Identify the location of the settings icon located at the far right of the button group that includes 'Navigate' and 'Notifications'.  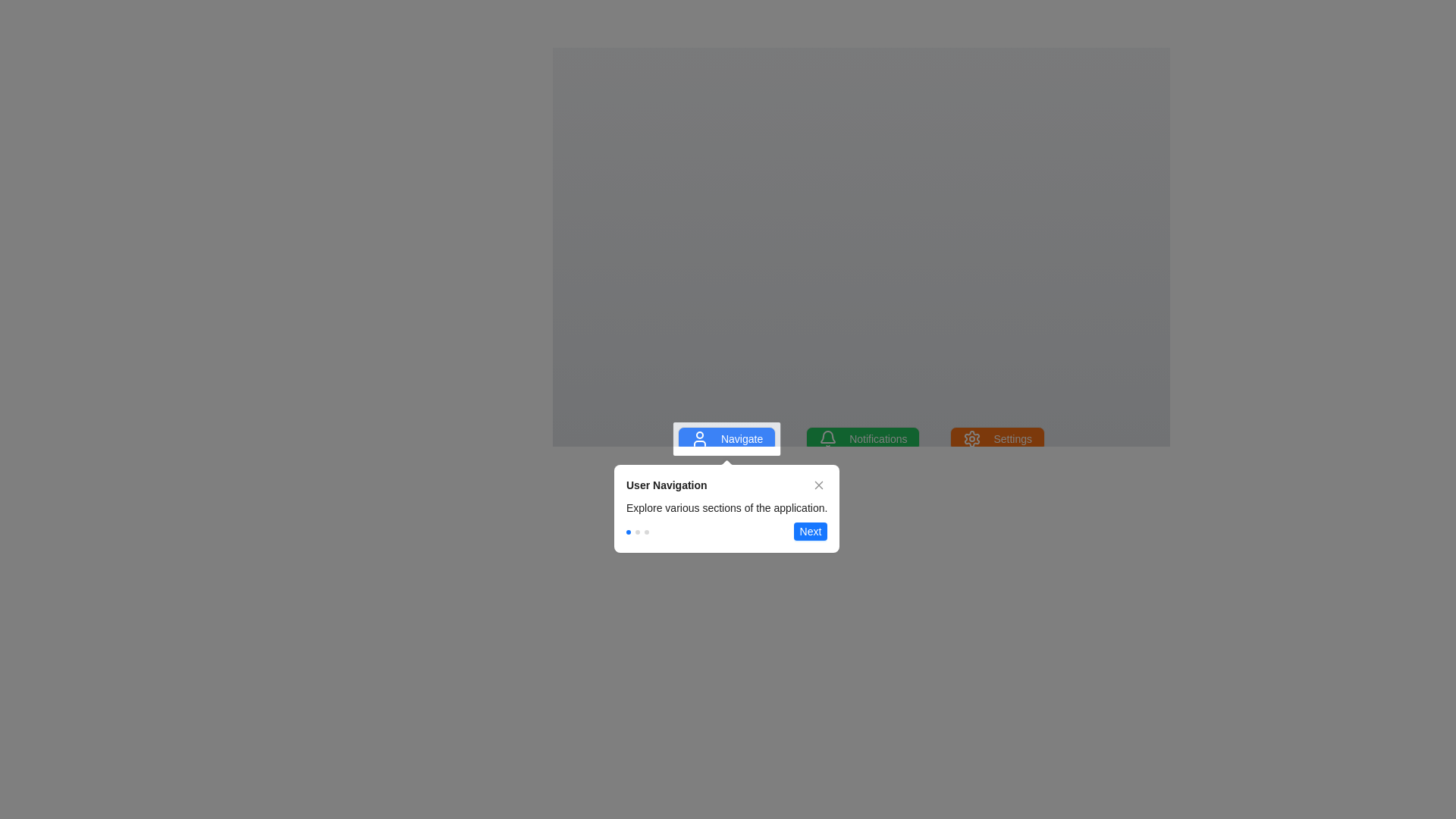
(972, 438).